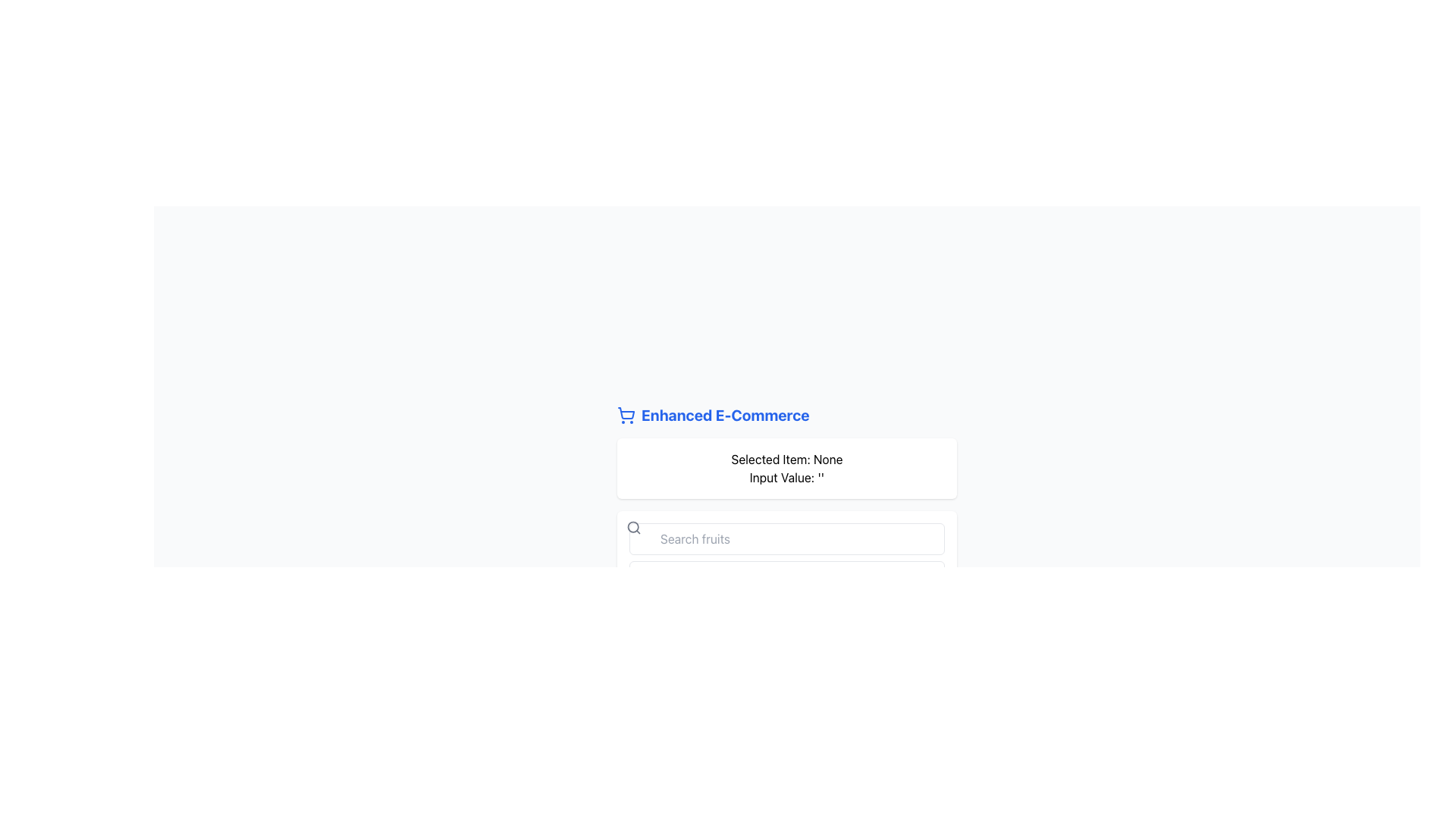  What do you see at coordinates (786, 467) in the screenshot?
I see `the Information Display Box that has a white background with rounded corners, displaying 'Selected Item: None' and 'Input Value: ''` at bounding box center [786, 467].